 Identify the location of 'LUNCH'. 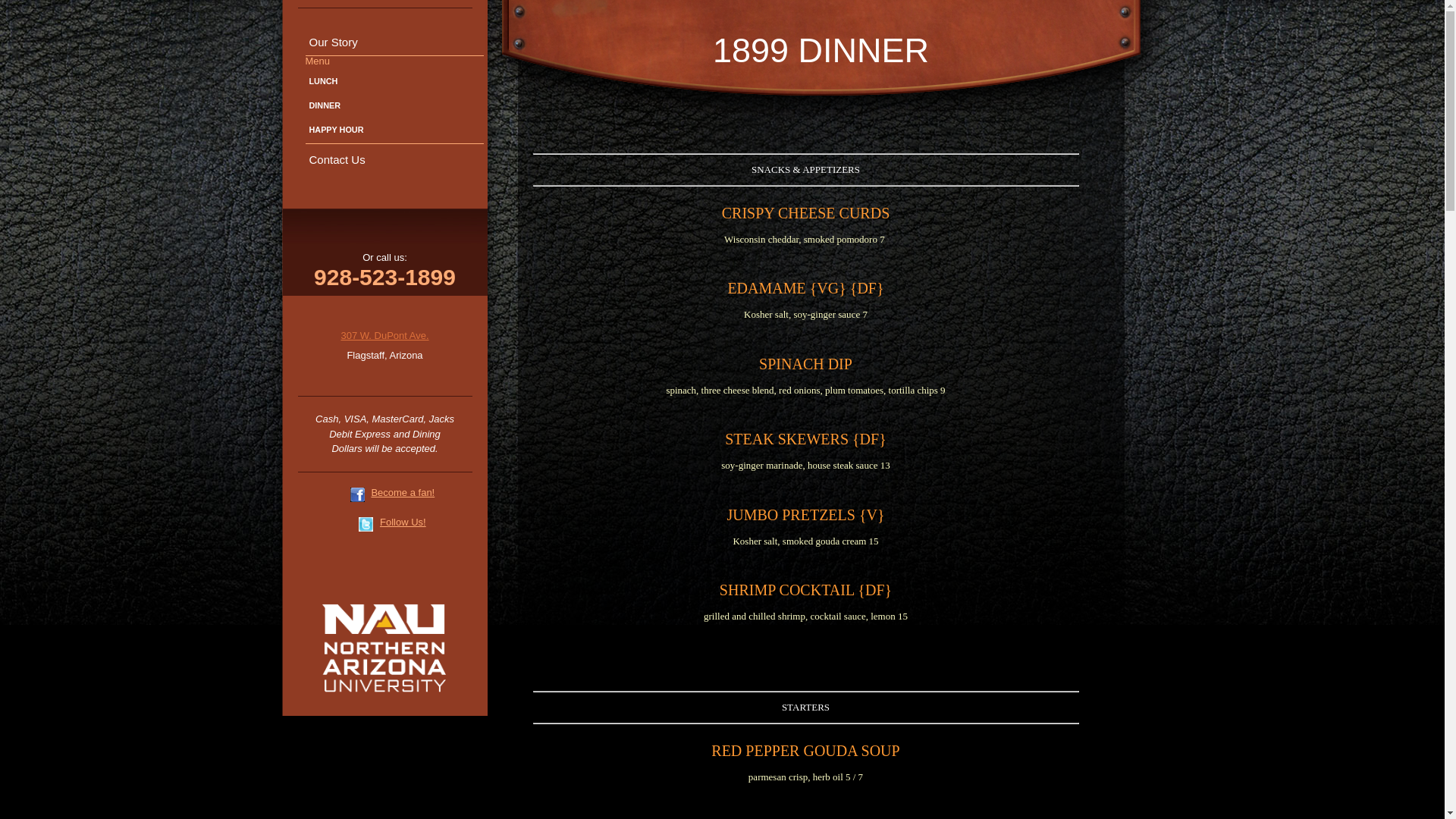
(394, 81).